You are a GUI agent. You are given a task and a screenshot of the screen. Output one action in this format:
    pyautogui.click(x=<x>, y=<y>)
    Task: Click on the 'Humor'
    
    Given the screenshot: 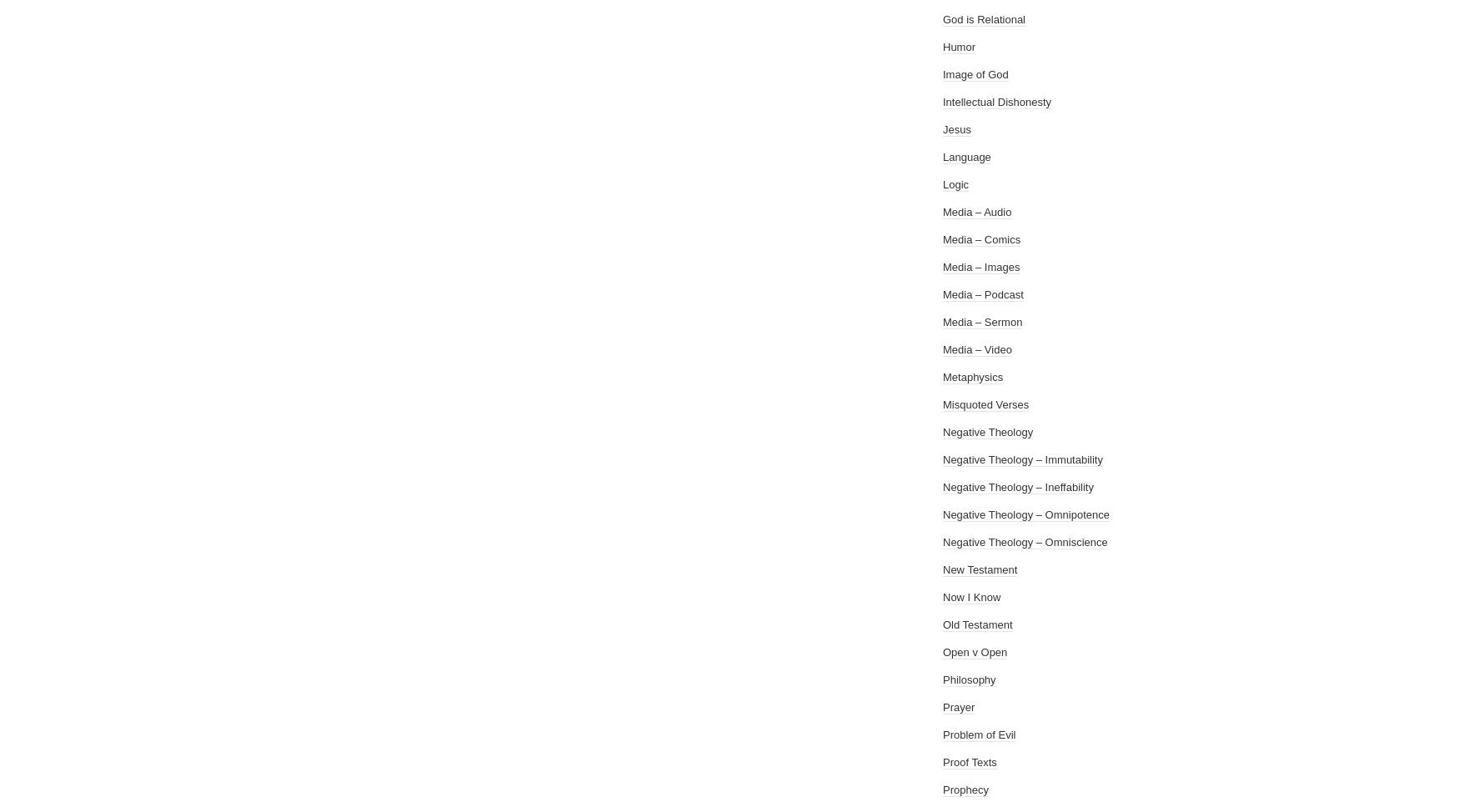 What is the action you would take?
    pyautogui.click(x=959, y=47)
    